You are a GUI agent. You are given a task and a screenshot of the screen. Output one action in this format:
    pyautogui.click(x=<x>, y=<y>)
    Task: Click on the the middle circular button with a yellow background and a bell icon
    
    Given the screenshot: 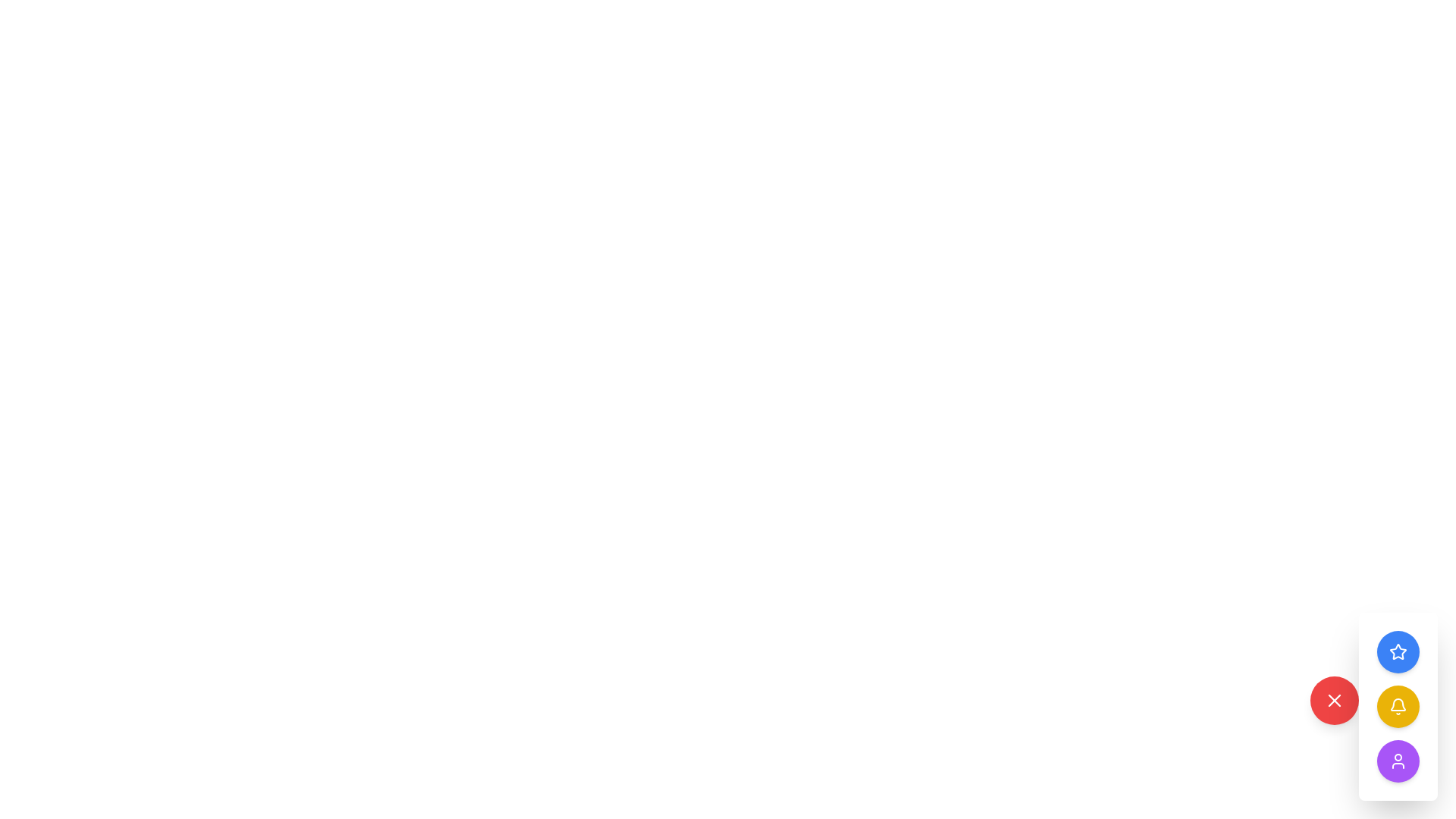 What is the action you would take?
    pyautogui.click(x=1397, y=707)
    